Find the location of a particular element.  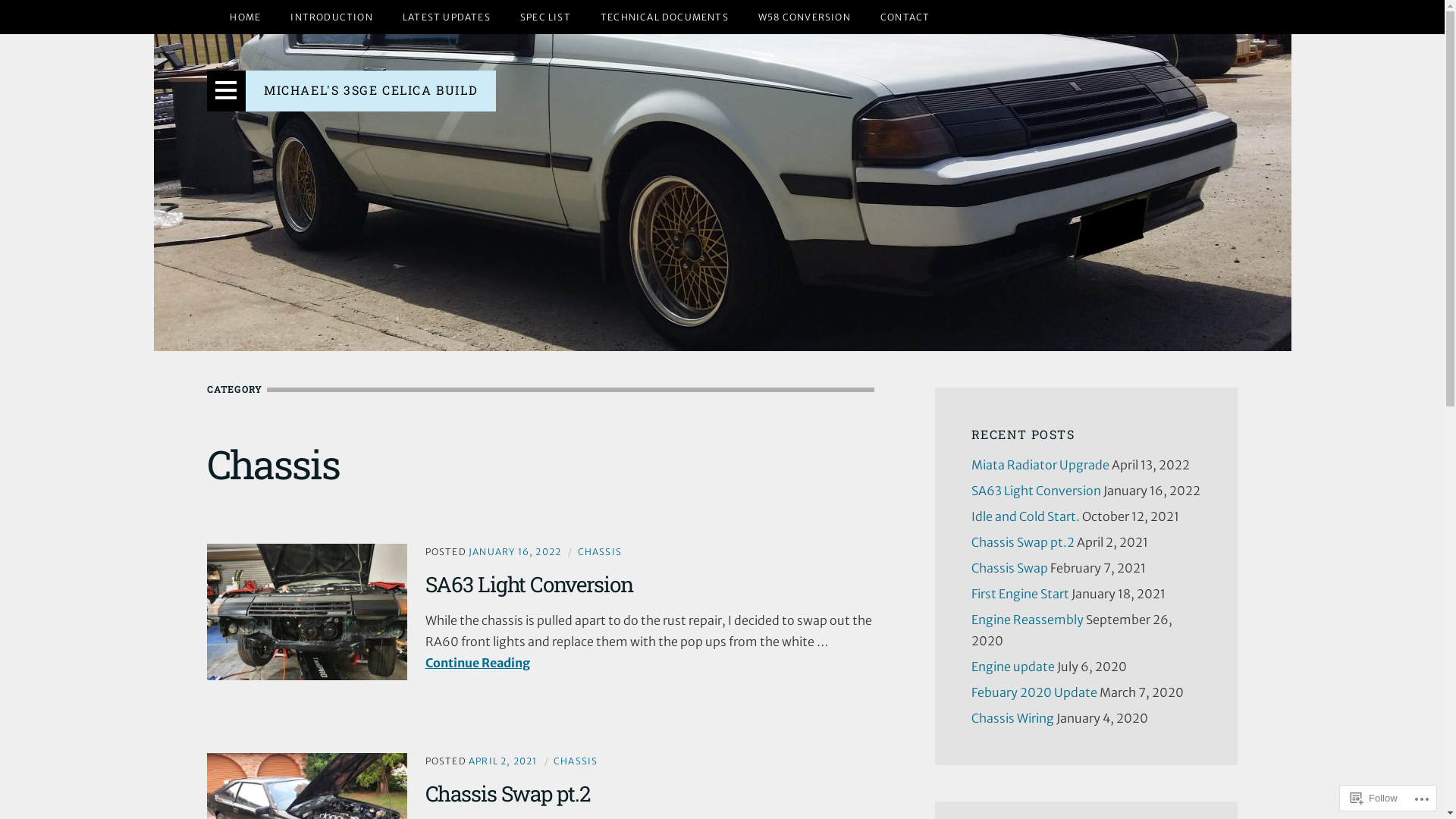

'Engine update' is located at coordinates (1012, 666).